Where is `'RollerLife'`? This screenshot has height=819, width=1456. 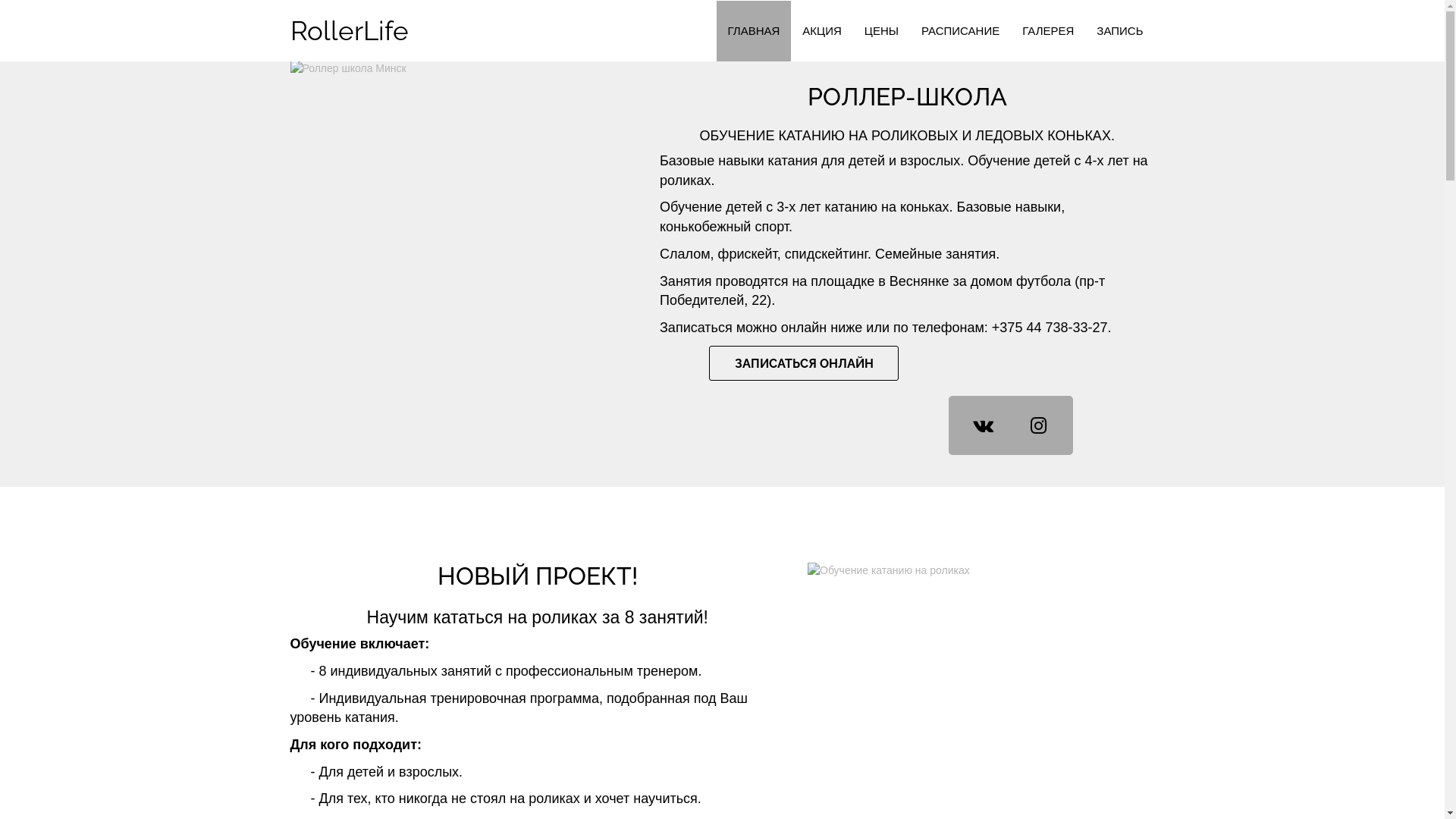
'RollerLife' is located at coordinates (279, 31).